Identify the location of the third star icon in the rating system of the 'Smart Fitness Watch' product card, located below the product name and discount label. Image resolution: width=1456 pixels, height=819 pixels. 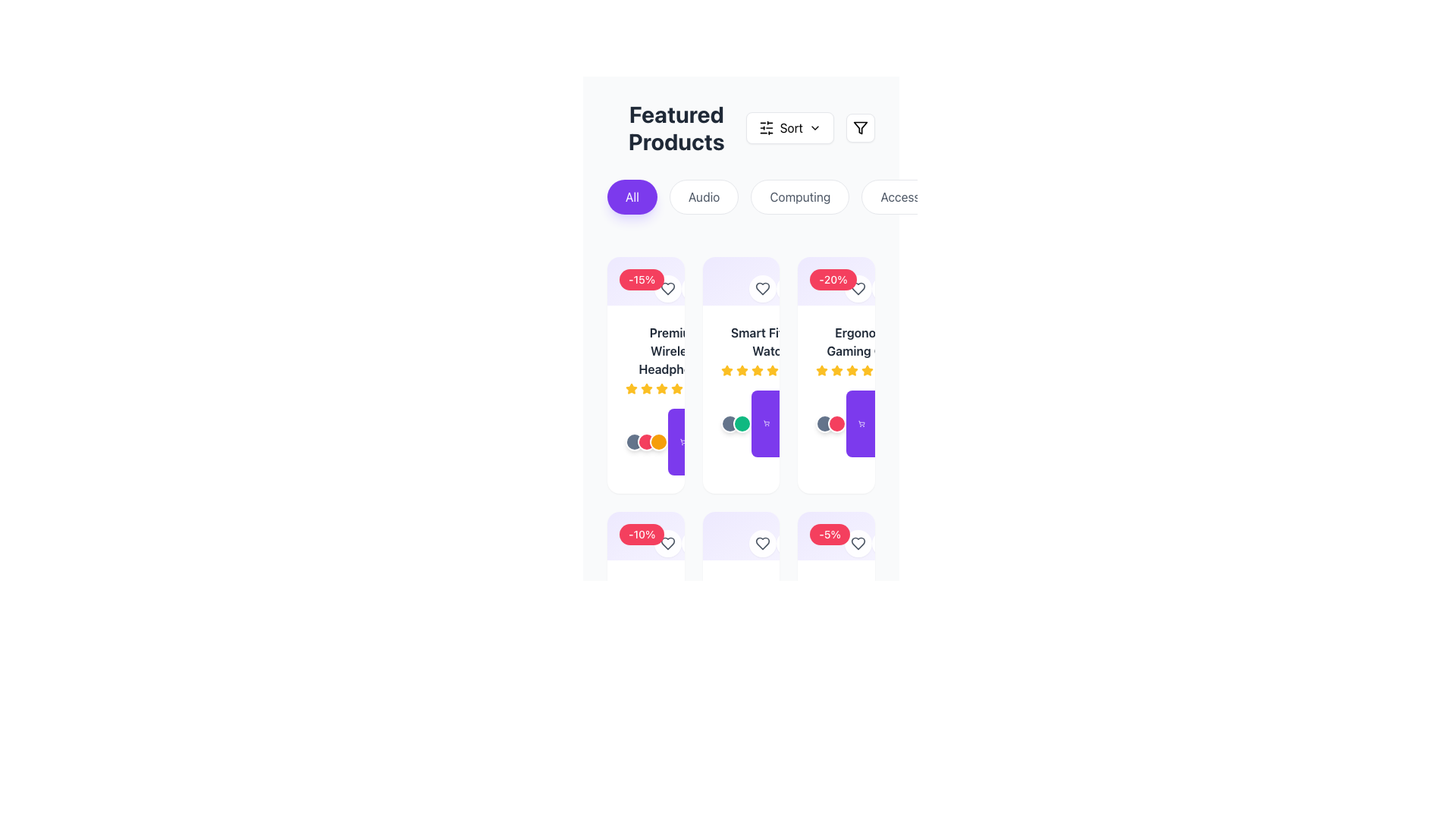
(726, 370).